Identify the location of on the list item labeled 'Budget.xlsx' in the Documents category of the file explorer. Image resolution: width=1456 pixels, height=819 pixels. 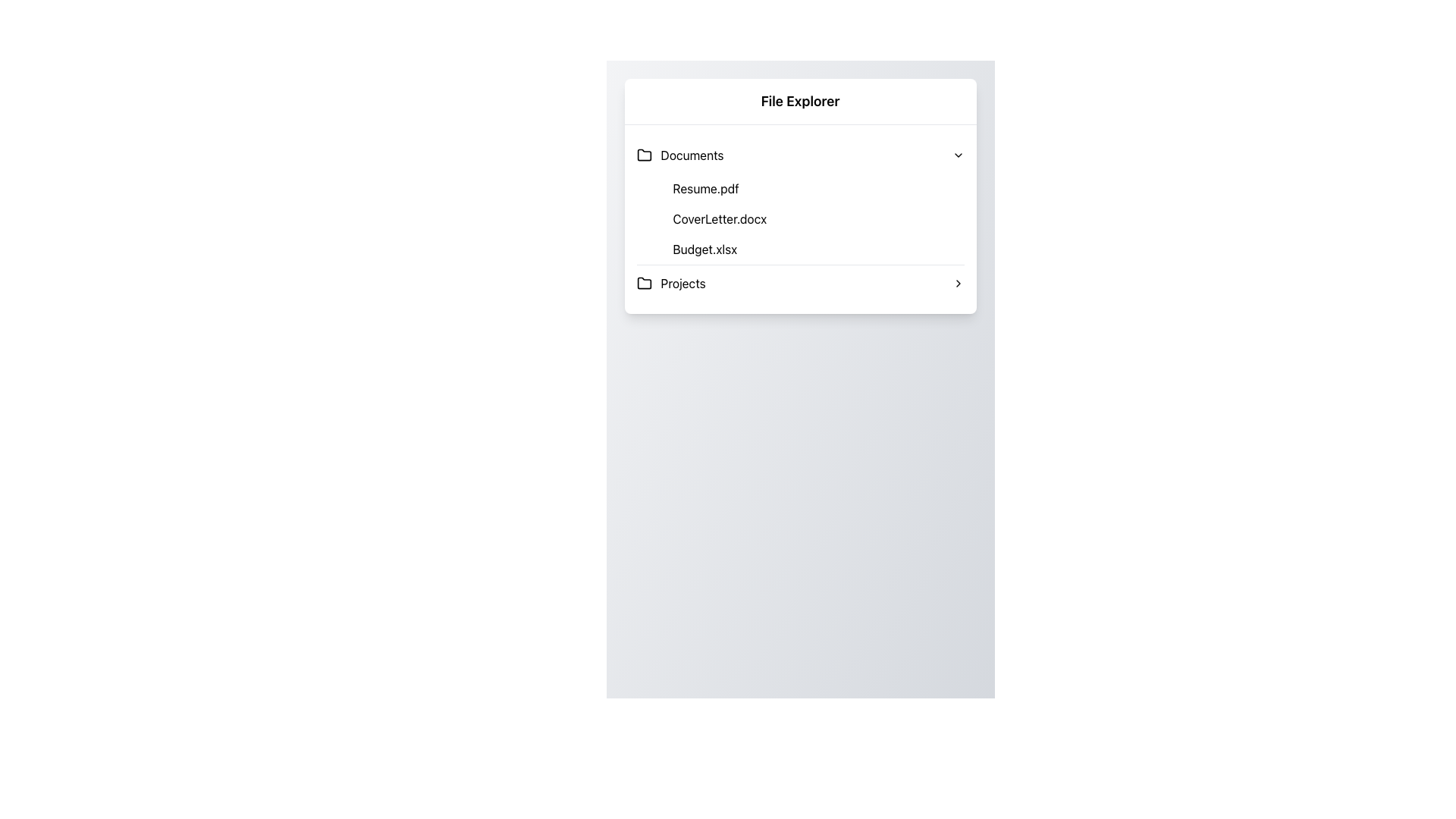
(811, 248).